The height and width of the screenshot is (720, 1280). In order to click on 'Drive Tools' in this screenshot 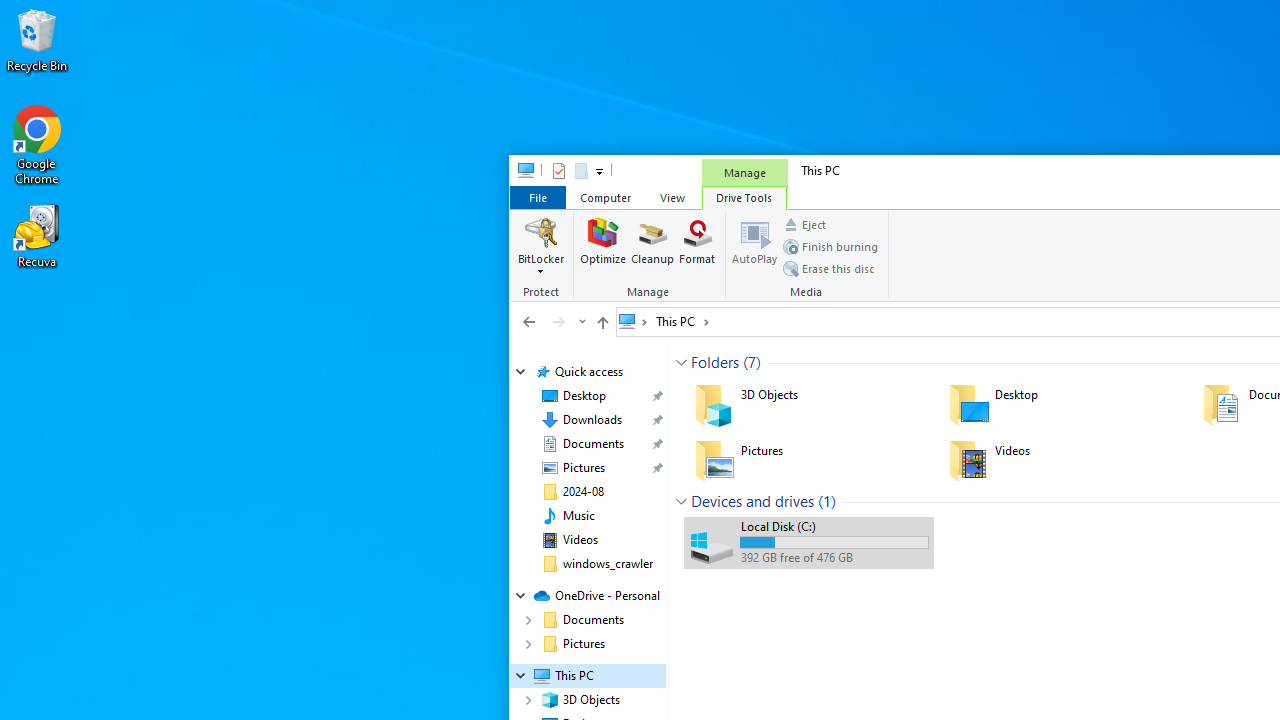, I will do `click(743, 197)`.